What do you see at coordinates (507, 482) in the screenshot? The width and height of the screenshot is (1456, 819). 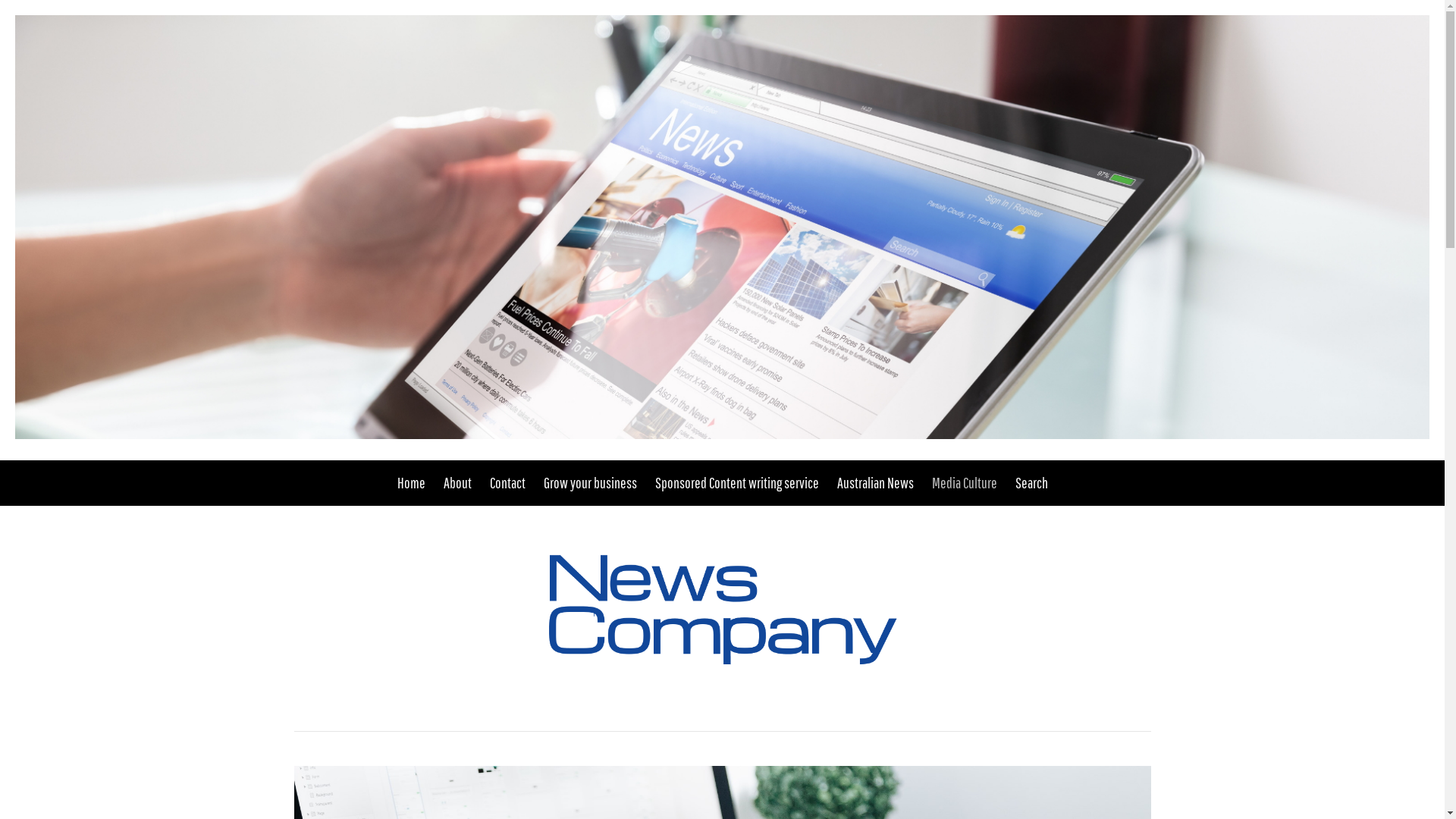 I see `'Contact'` at bounding box center [507, 482].